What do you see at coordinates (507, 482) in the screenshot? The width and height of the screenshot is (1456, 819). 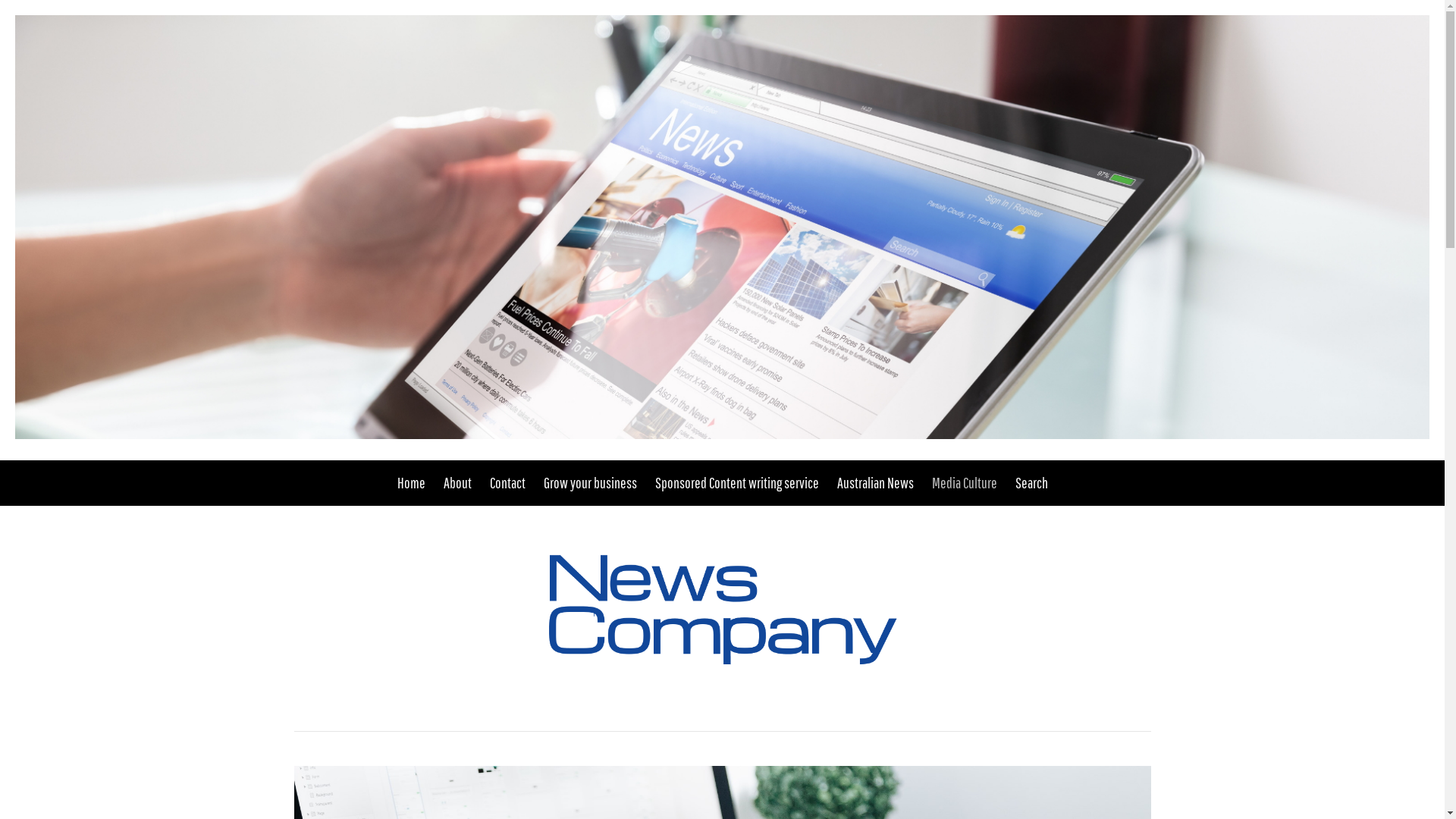 I see `'Contact'` at bounding box center [507, 482].